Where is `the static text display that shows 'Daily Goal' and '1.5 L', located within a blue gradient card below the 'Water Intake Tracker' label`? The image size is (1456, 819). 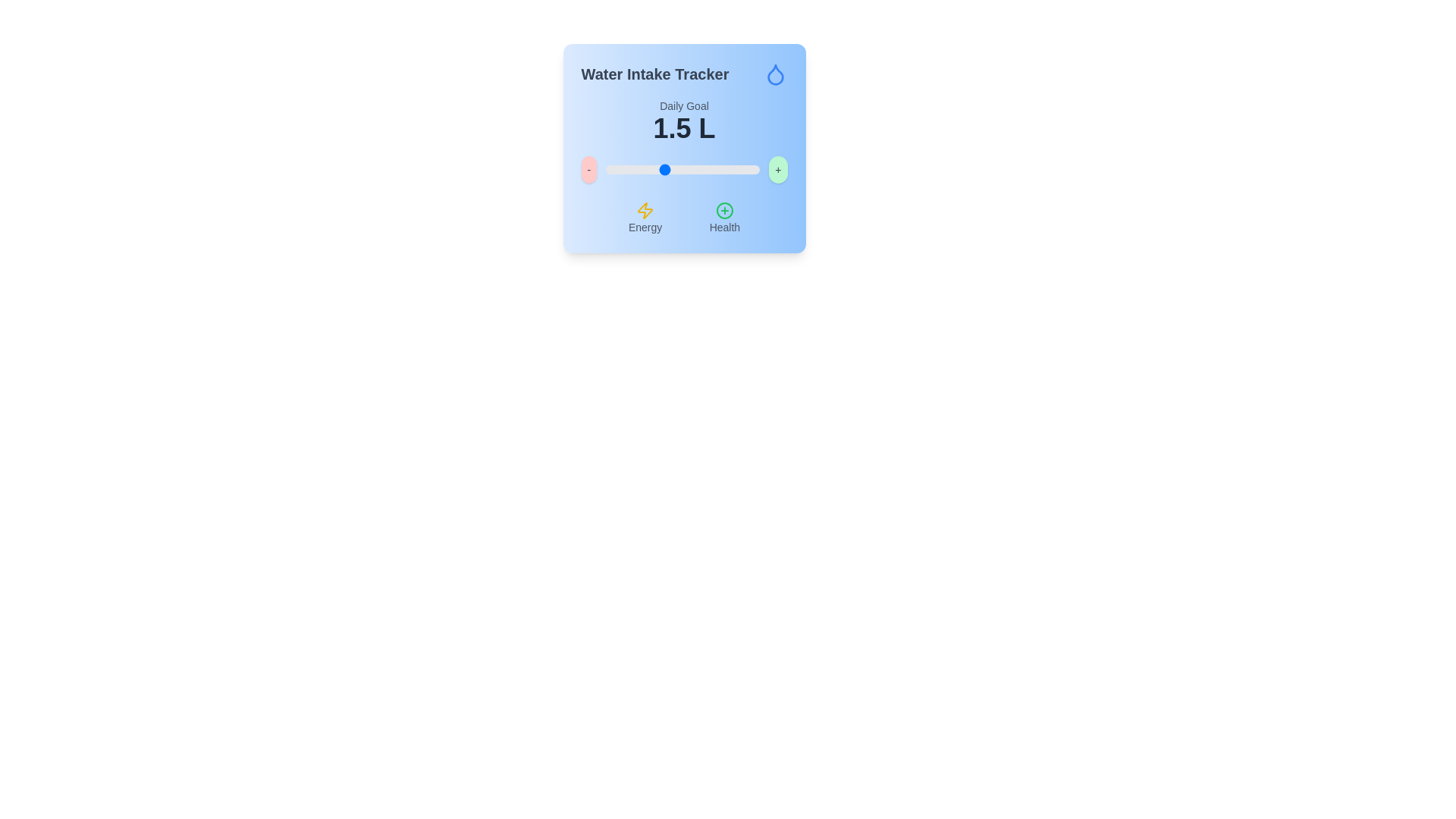 the static text display that shows 'Daily Goal' and '1.5 L', located within a blue gradient card below the 'Water Intake Tracker' label is located at coordinates (683, 120).